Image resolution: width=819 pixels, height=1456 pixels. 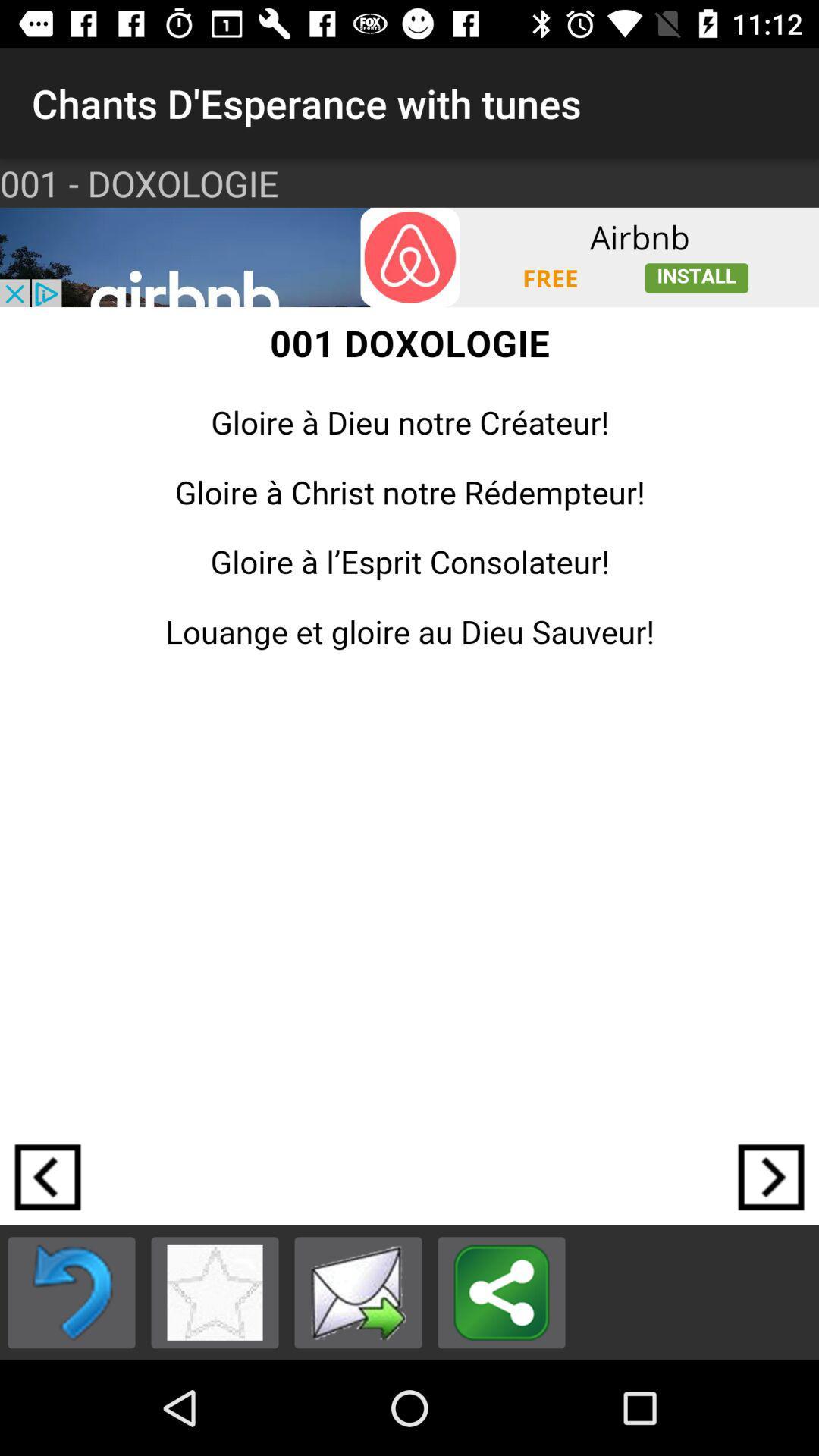 What do you see at coordinates (358, 1291) in the screenshot?
I see `the email icon` at bounding box center [358, 1291].